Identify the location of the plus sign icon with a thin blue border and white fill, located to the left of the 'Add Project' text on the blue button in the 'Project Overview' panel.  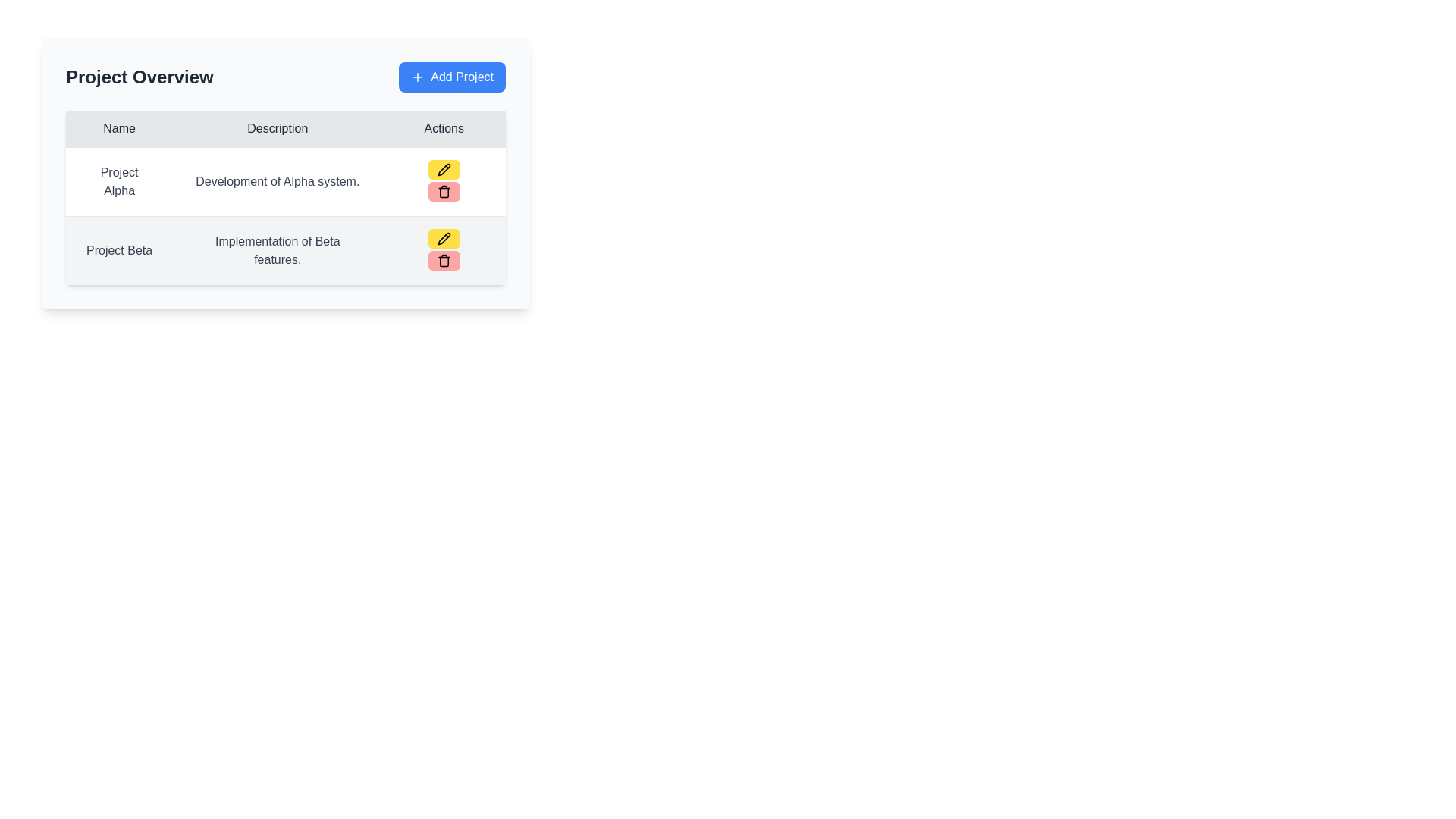
(418, 77).